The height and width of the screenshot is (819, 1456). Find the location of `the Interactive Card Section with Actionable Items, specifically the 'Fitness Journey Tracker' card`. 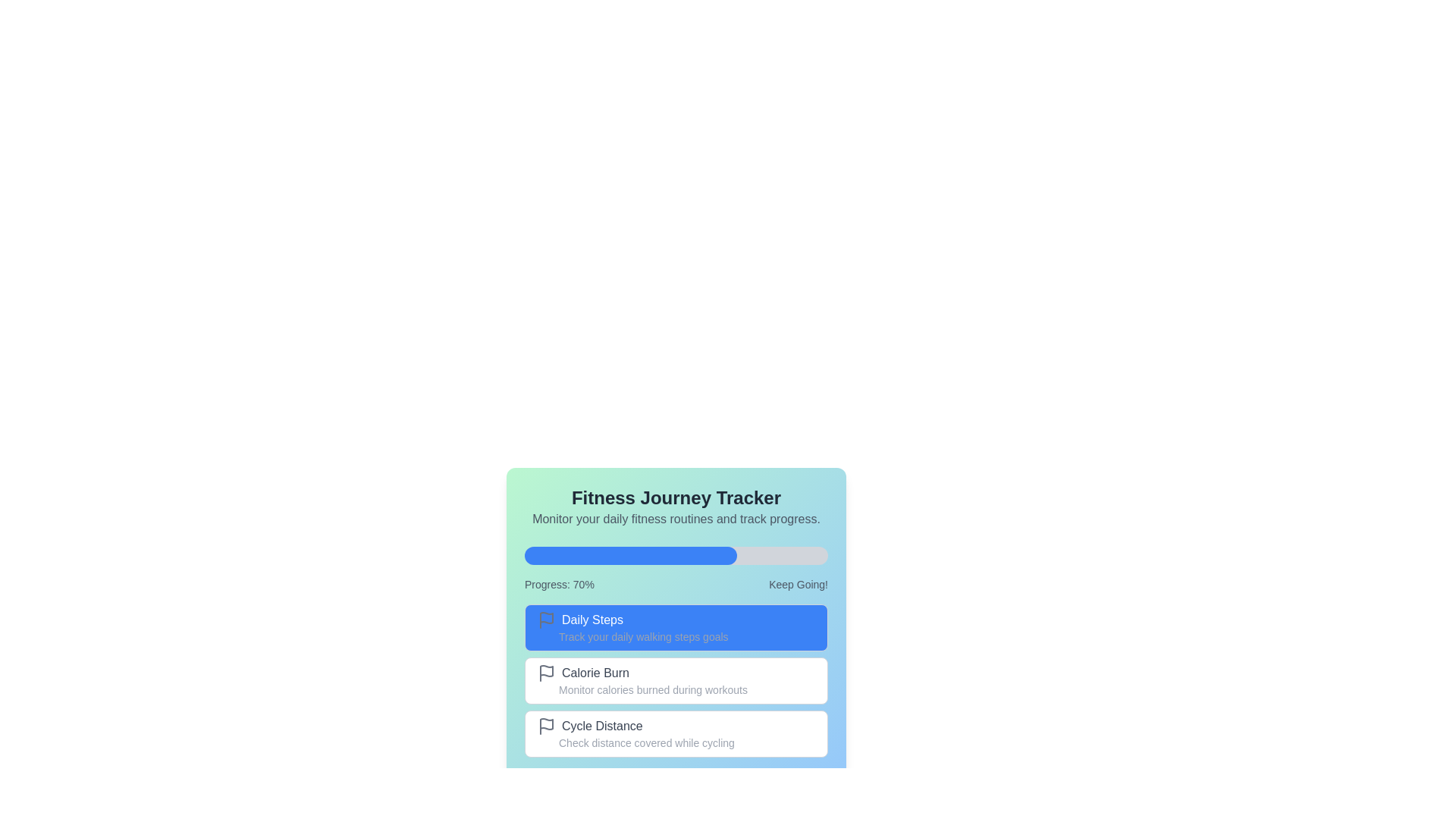

the Interactive Card Section with Actionable Items, specifically the 'Fitness Journey Tracker' card is located at coordinates (676, 643).